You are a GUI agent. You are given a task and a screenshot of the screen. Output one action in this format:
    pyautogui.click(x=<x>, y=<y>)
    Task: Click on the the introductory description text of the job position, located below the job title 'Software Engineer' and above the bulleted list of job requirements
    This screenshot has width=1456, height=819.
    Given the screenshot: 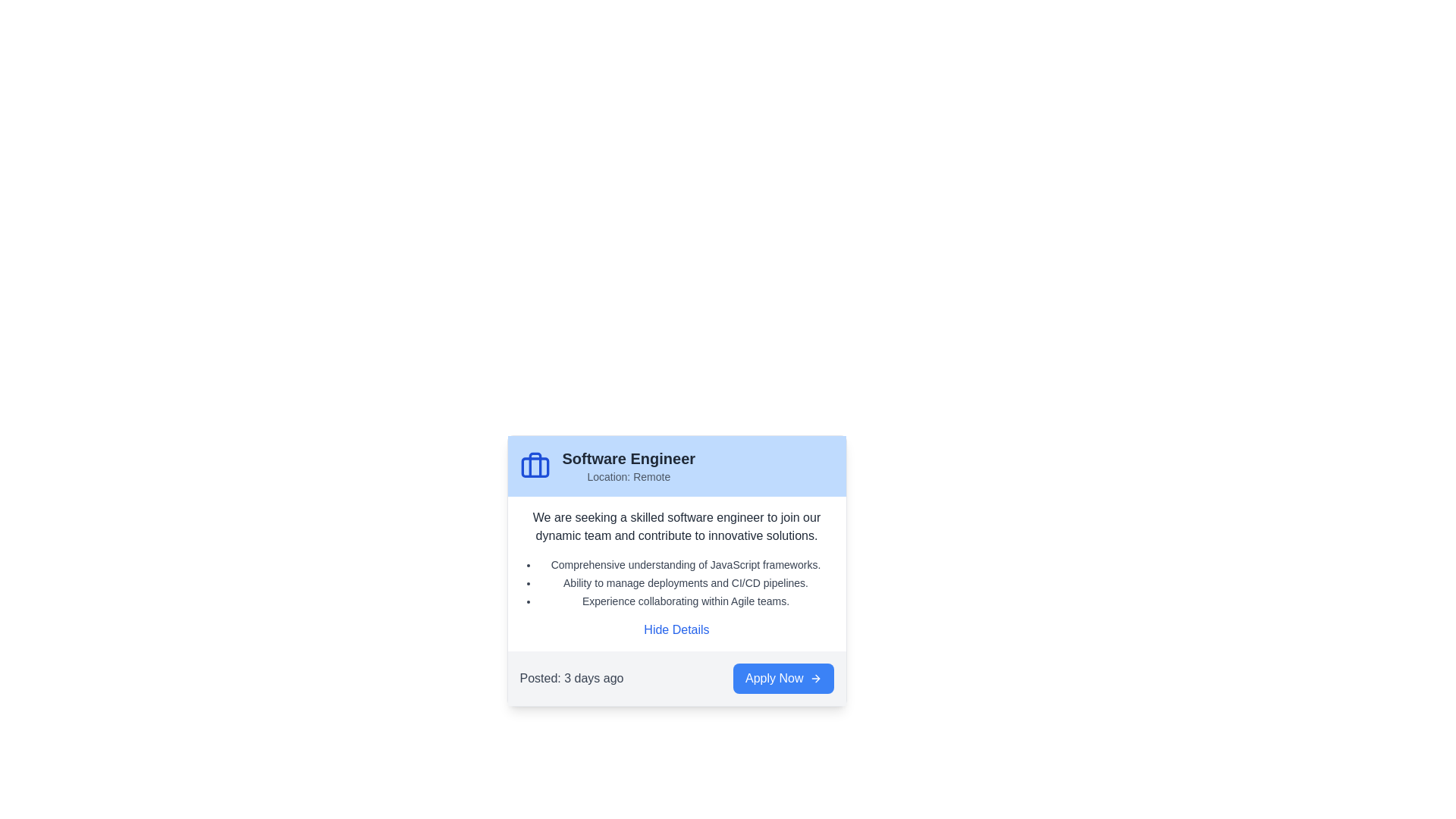 What is the action you would take?
    pyautogui.click(x=676, y=526)
    